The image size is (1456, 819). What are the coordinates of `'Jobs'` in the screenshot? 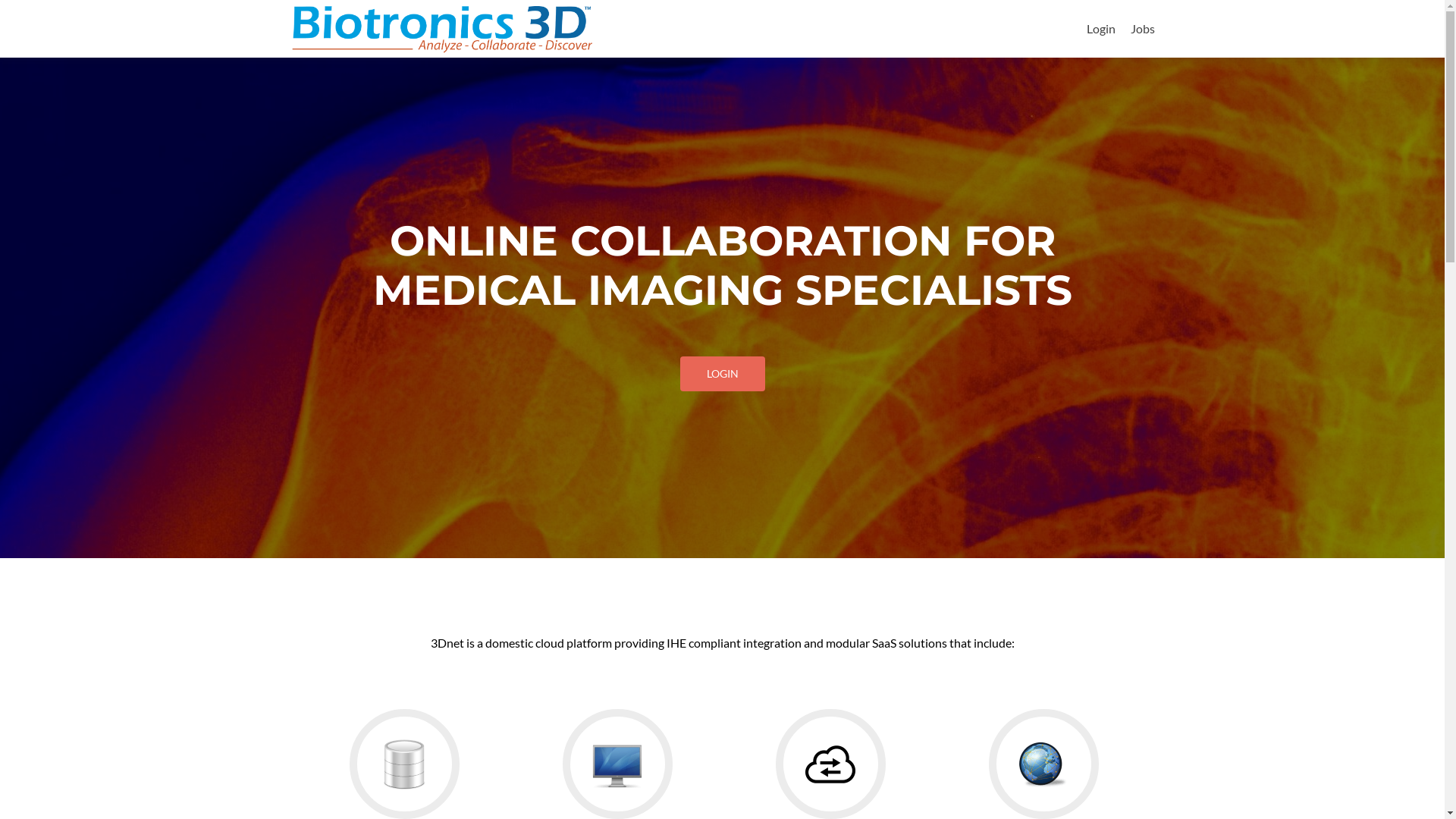 It's located at (1142, 28).